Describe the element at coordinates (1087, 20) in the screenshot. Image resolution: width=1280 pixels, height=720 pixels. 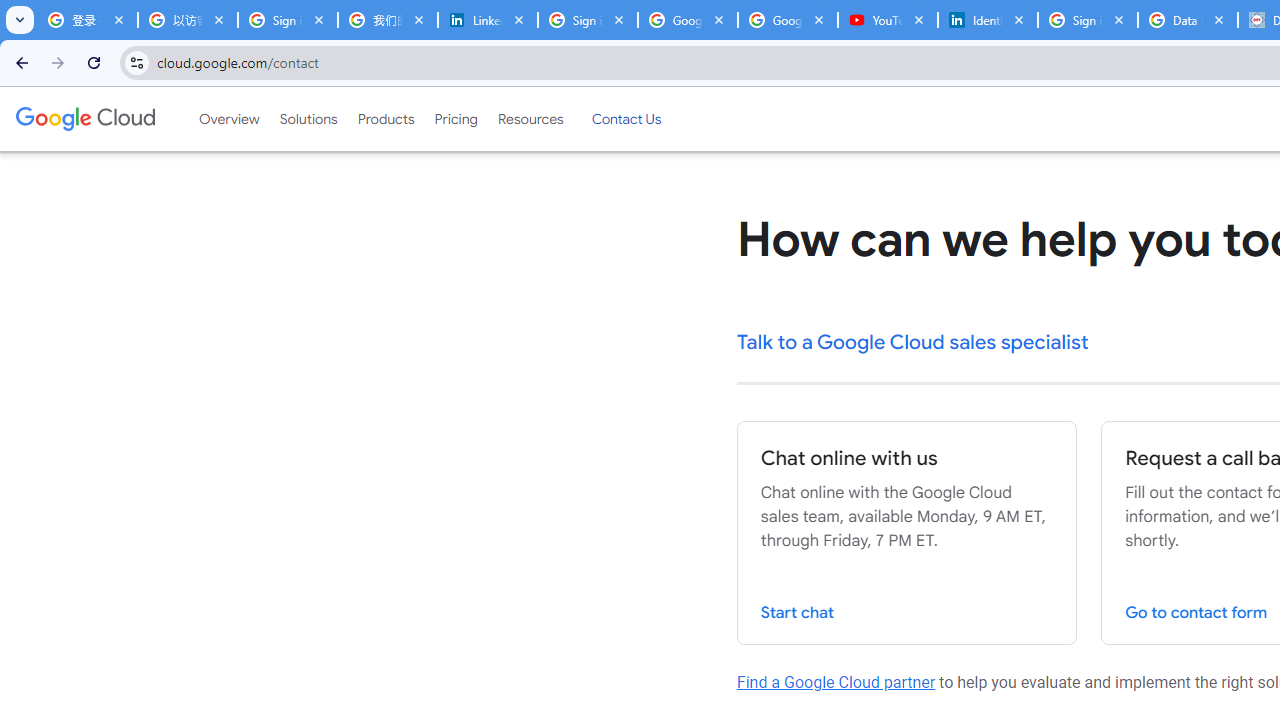
I see `'Sign in - Google Accounts'` at that location.